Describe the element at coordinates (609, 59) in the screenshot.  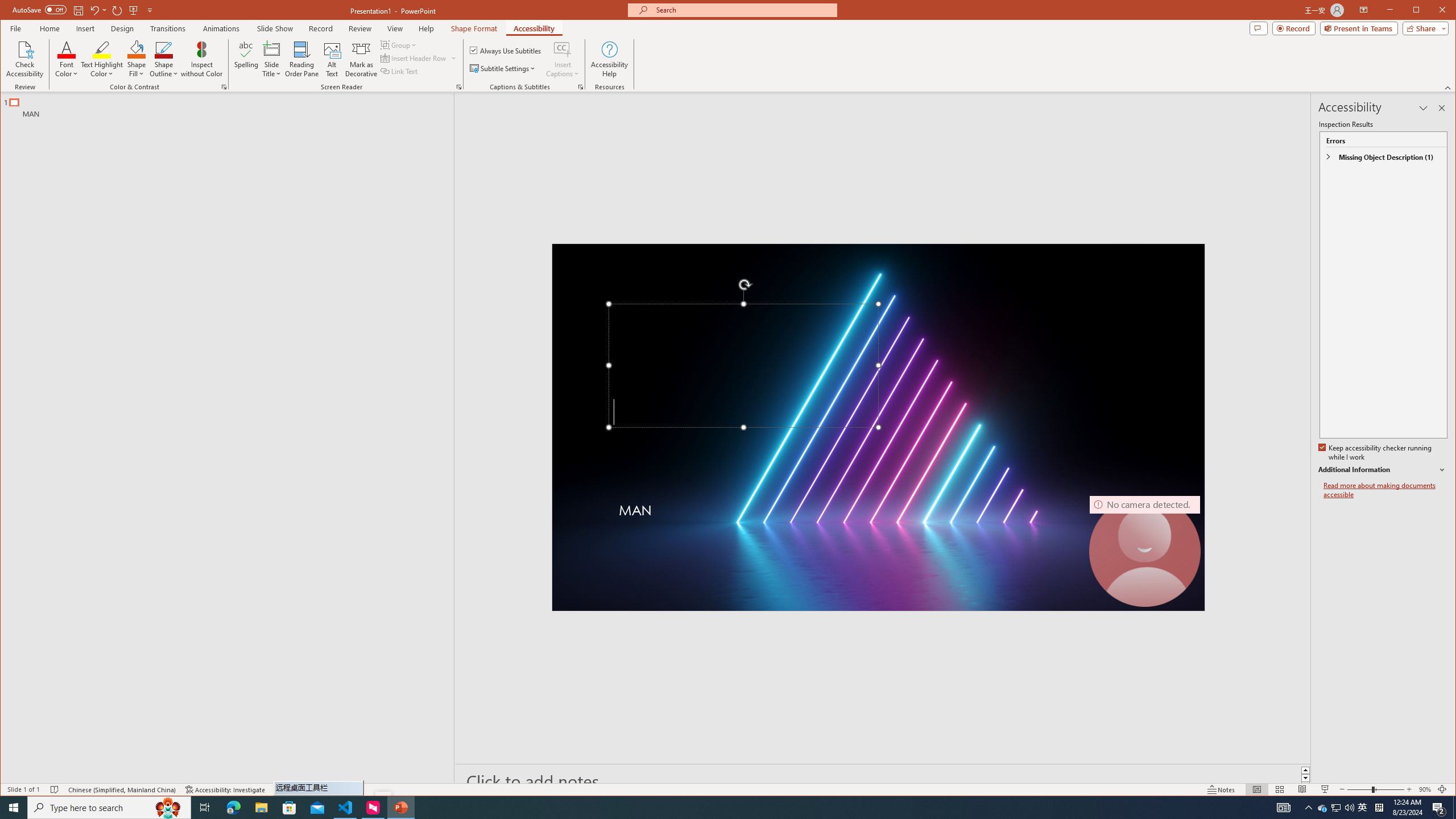
I see `'Accessibility Help'` at that location.